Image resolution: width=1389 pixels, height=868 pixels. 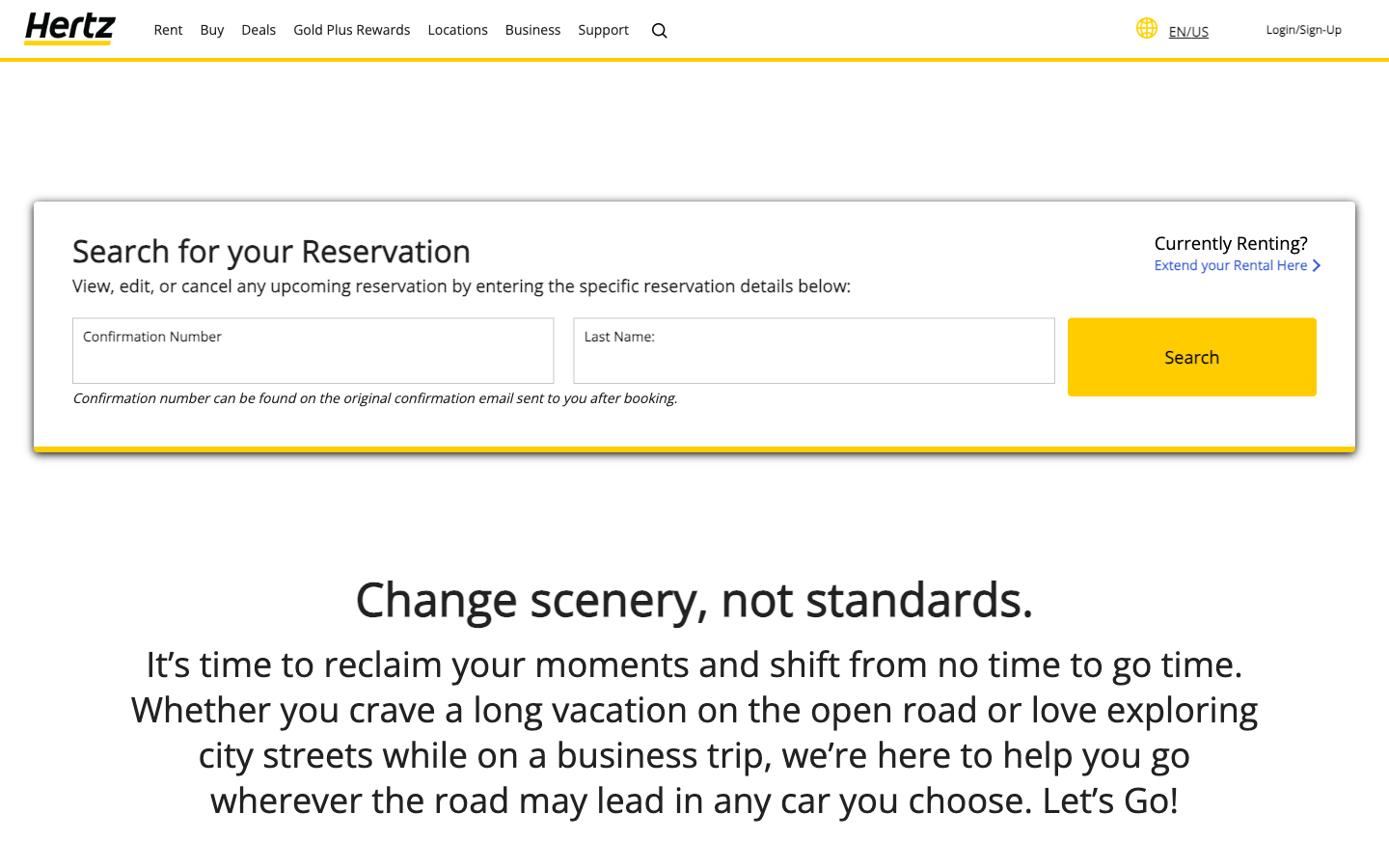 What do you see at coordinates (1236, 252) in the screenshot?
I see `the page for rental extension` at bounding box center [1236, 252].